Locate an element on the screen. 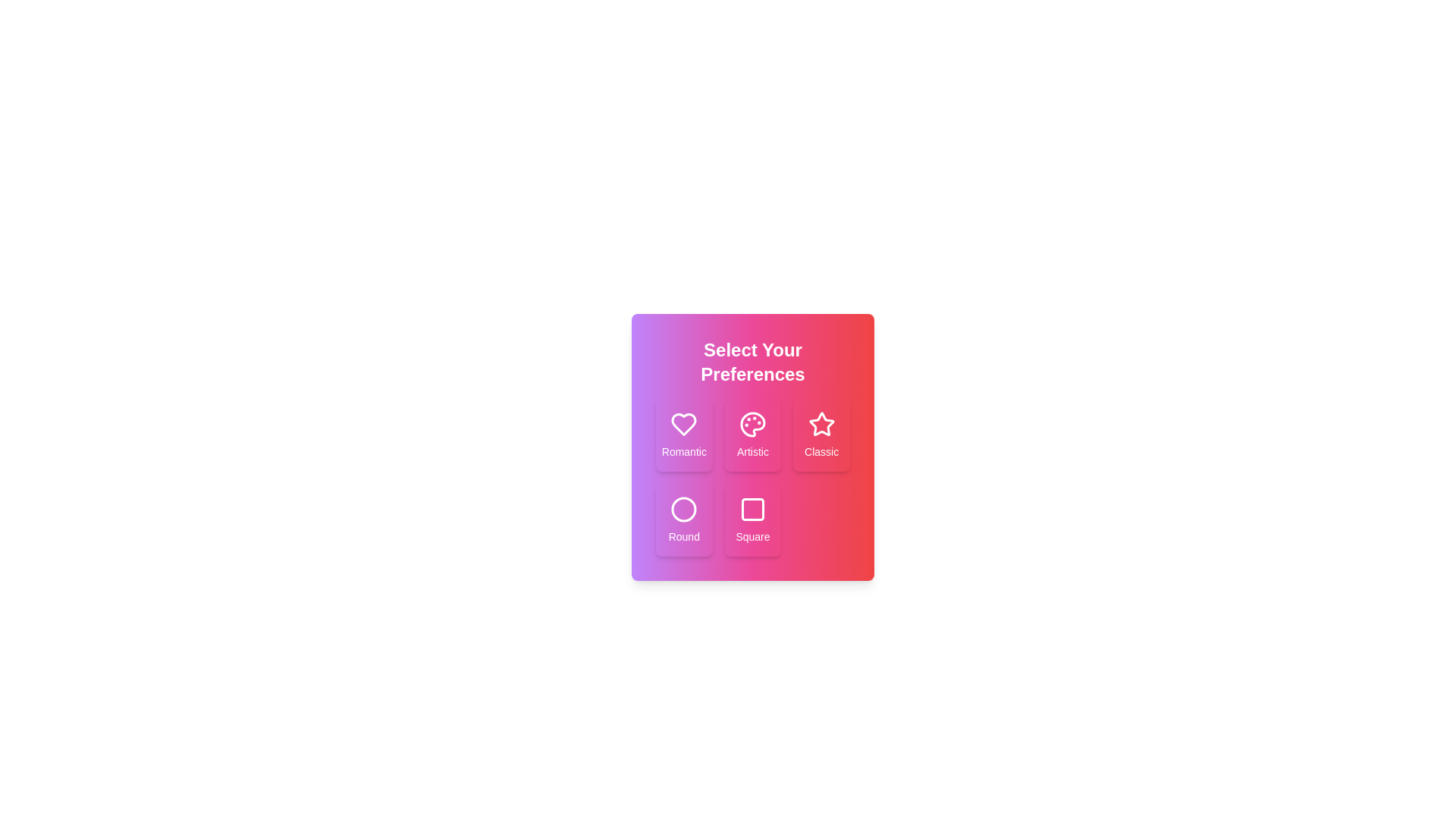 Image resolution: width=1456 pixels, height=819 pixels. the preference option Romantic is located at coordinates (683, 435).